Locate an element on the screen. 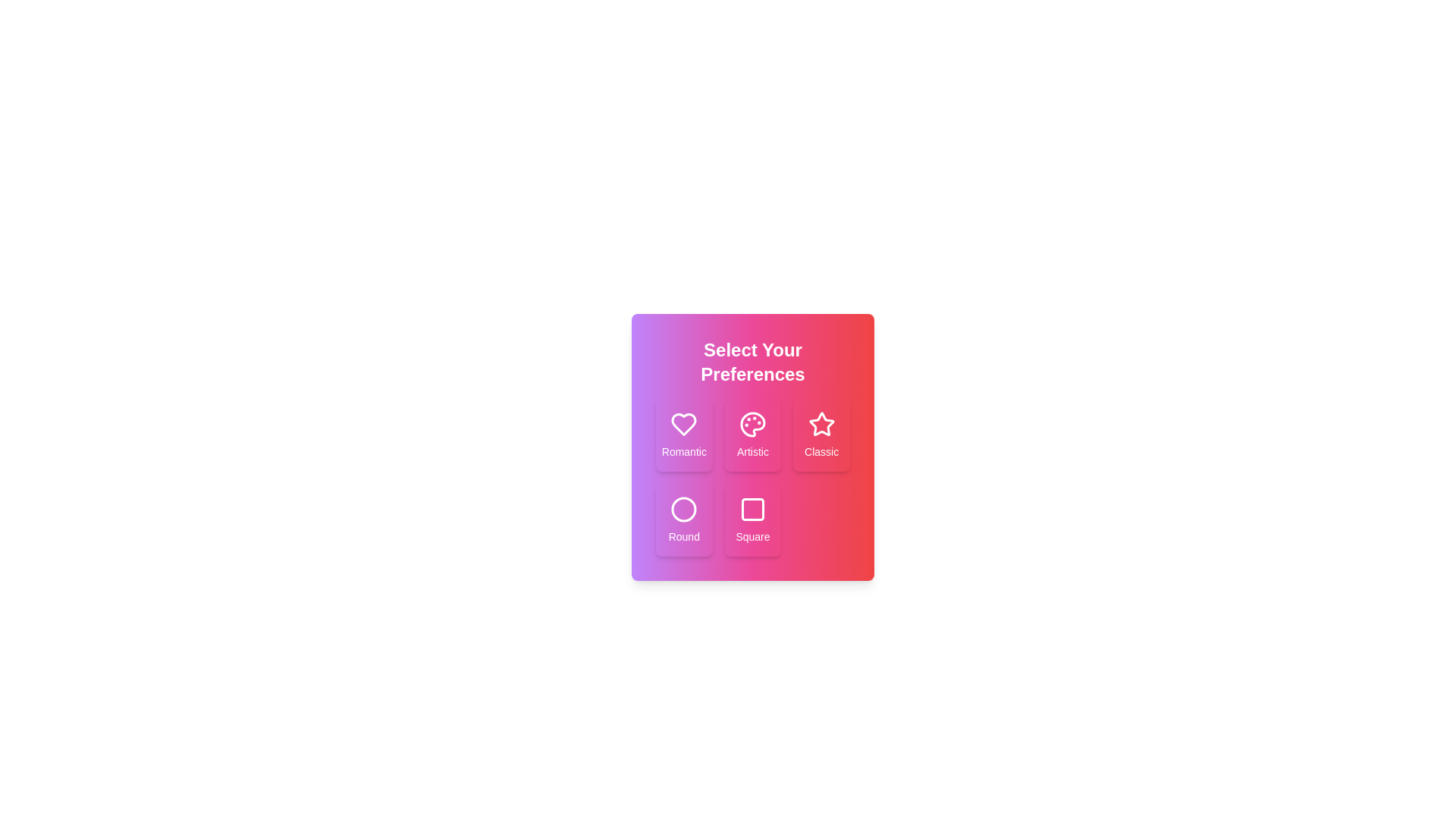 Image resolution: width=1456 pixels, height=819 pixels. the preference option Romantic is located at coordinates (683, 435).